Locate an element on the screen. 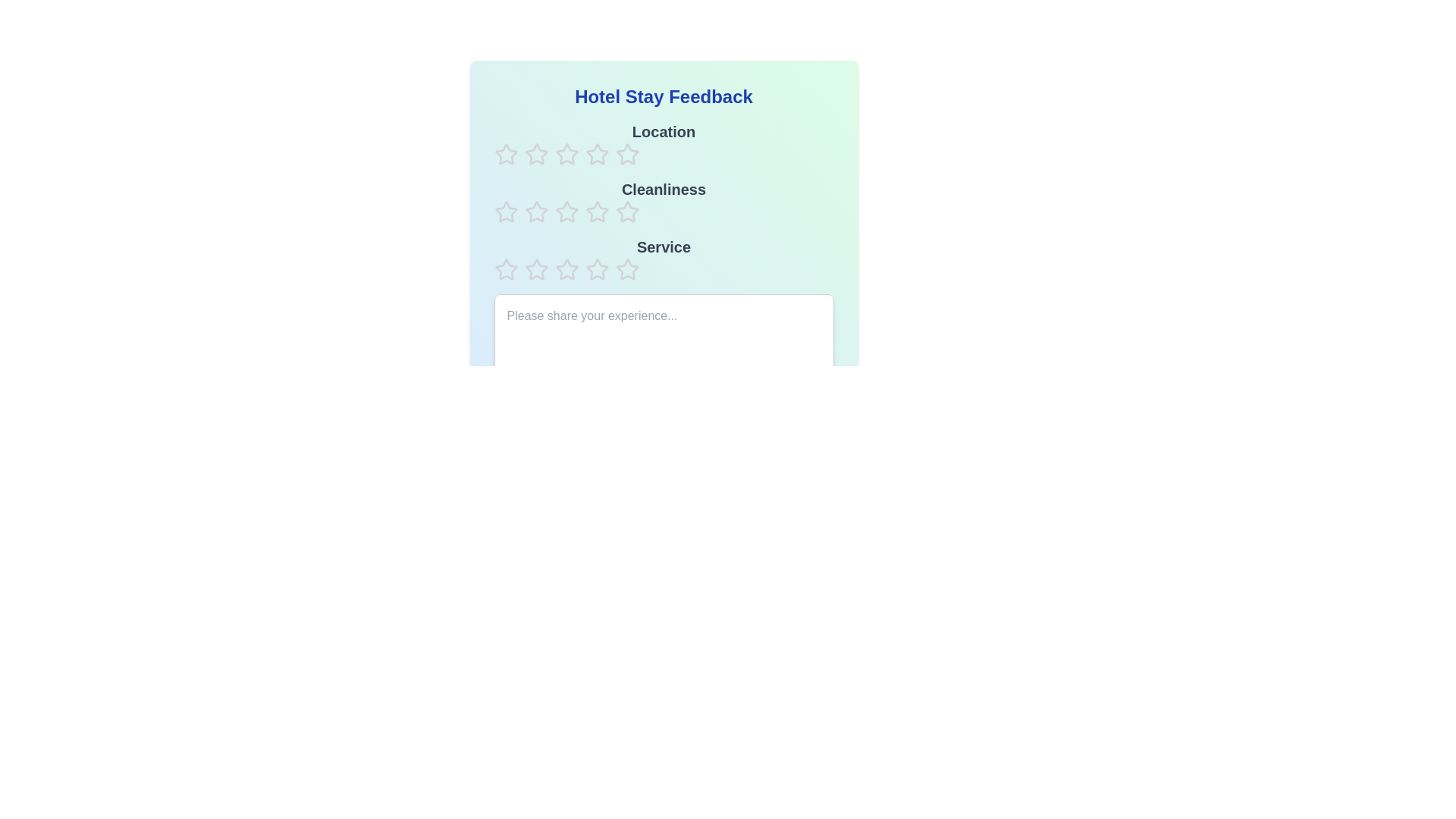 This screenshot has height=819, width=1456. the 'Location' text label, which is a bold header positioned above the star icons in the feedback form interface is located at coordinates (664, 143).